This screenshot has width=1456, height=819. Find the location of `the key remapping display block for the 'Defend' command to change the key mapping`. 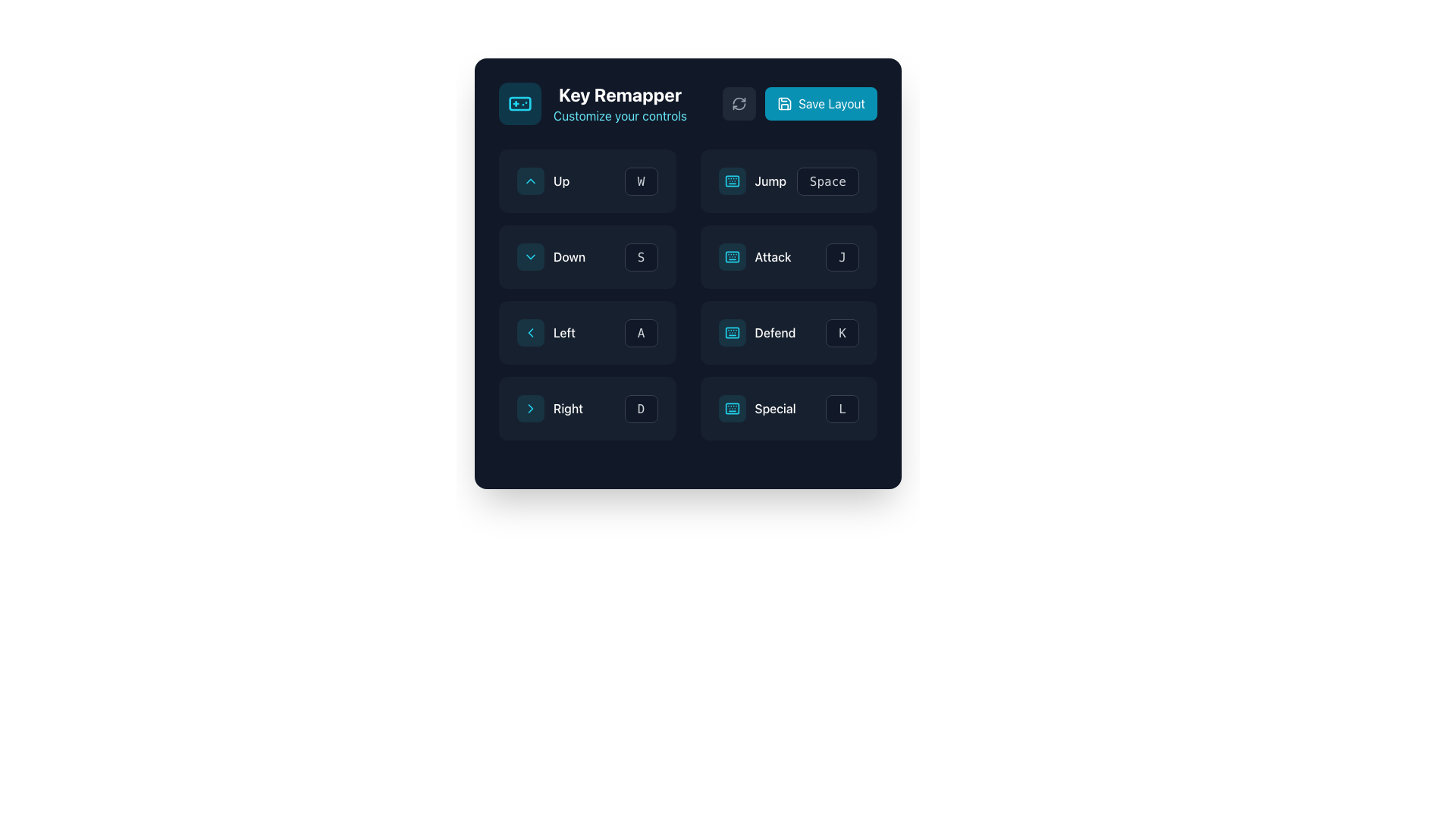

the key remapping display block for the 'Defend' command to change the key mapping is located at coordinates (789, 332).